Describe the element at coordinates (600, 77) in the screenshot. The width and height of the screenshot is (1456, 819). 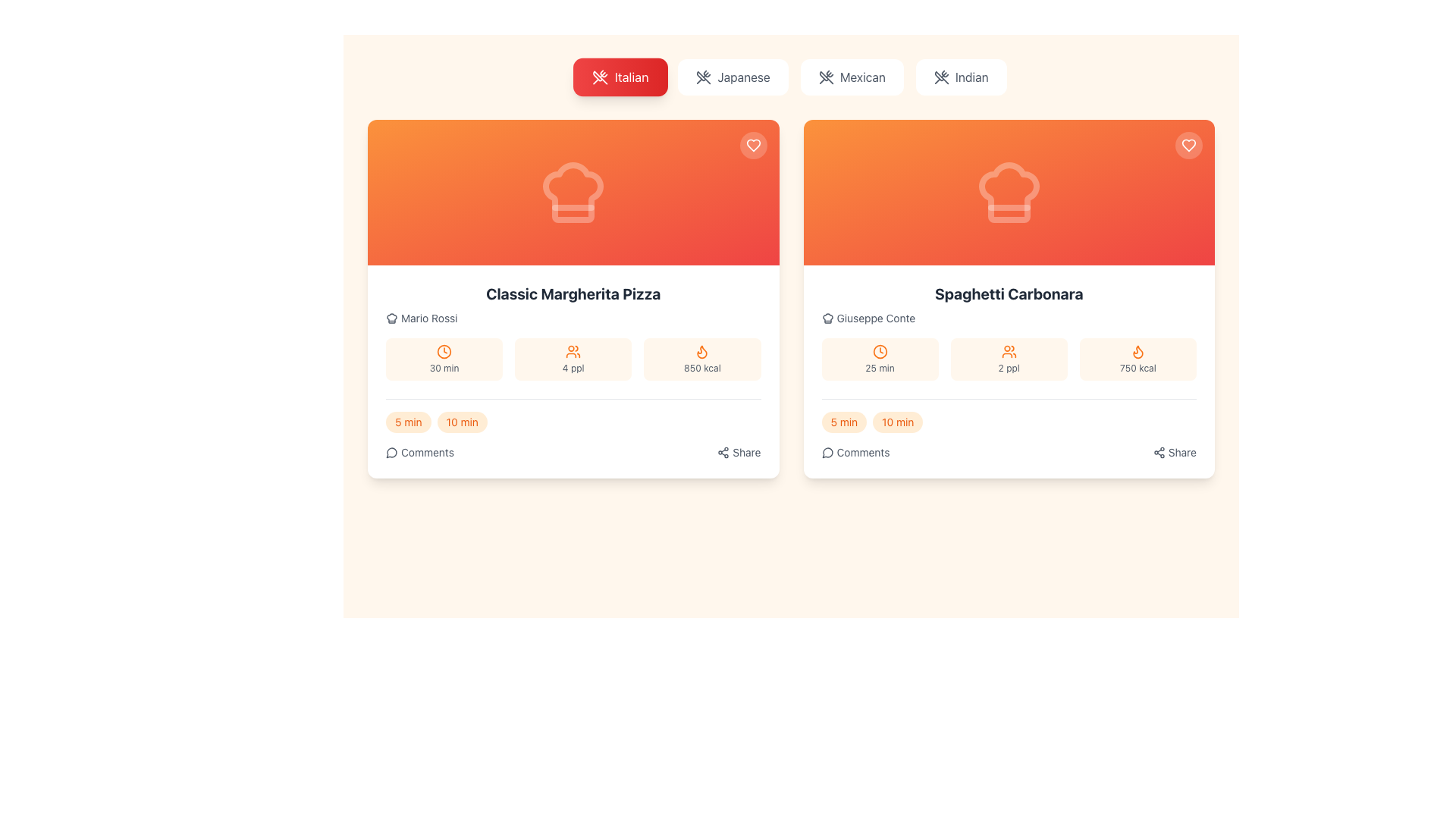
I see `the 'Italian' category button by clicking on the button that visually represents the chosen category with an SVG Icon of utensils` at that location.